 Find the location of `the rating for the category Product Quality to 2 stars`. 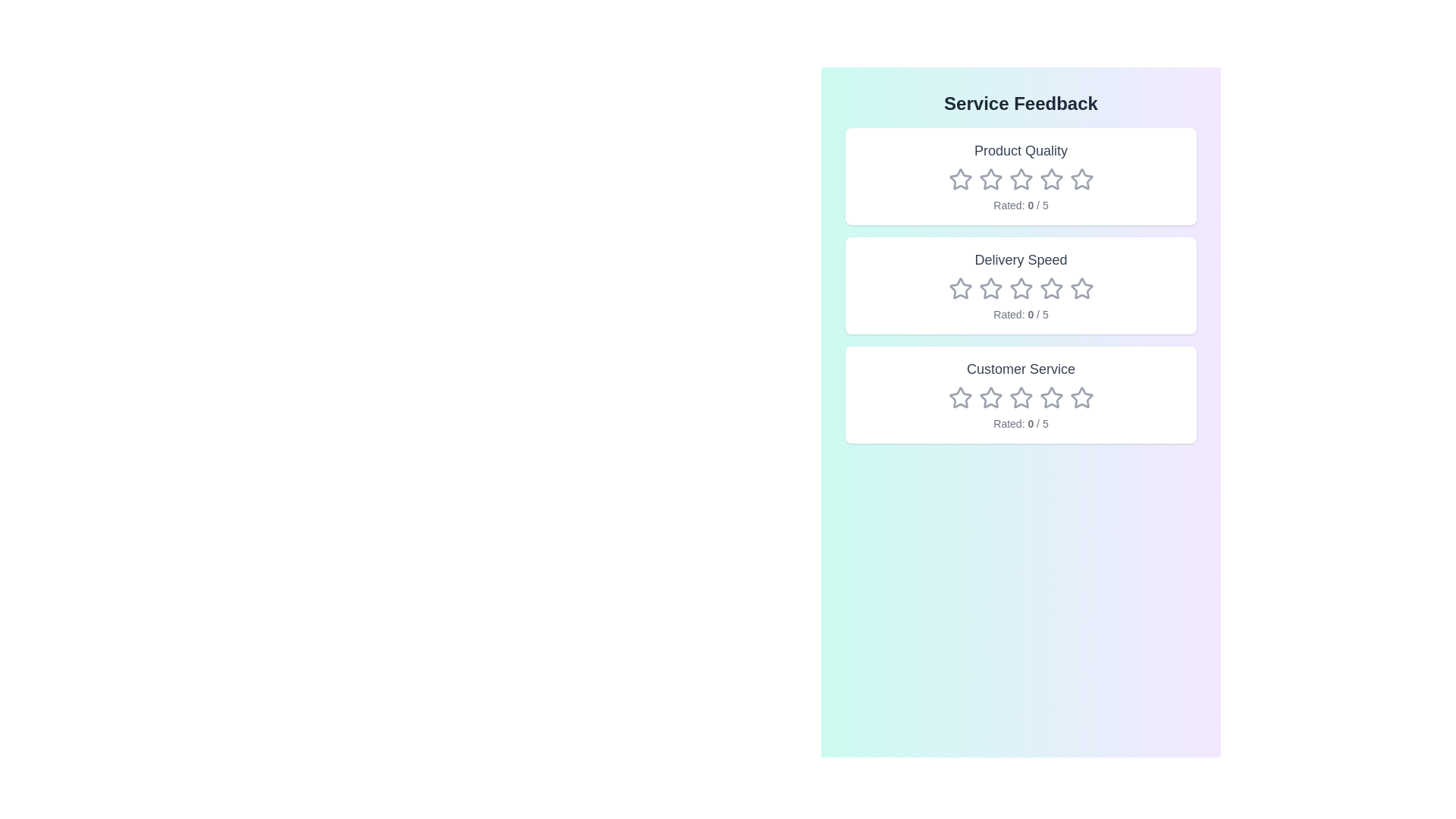

the rating for the category Product Quality to 2 stars is located at coordinates (990, 178).